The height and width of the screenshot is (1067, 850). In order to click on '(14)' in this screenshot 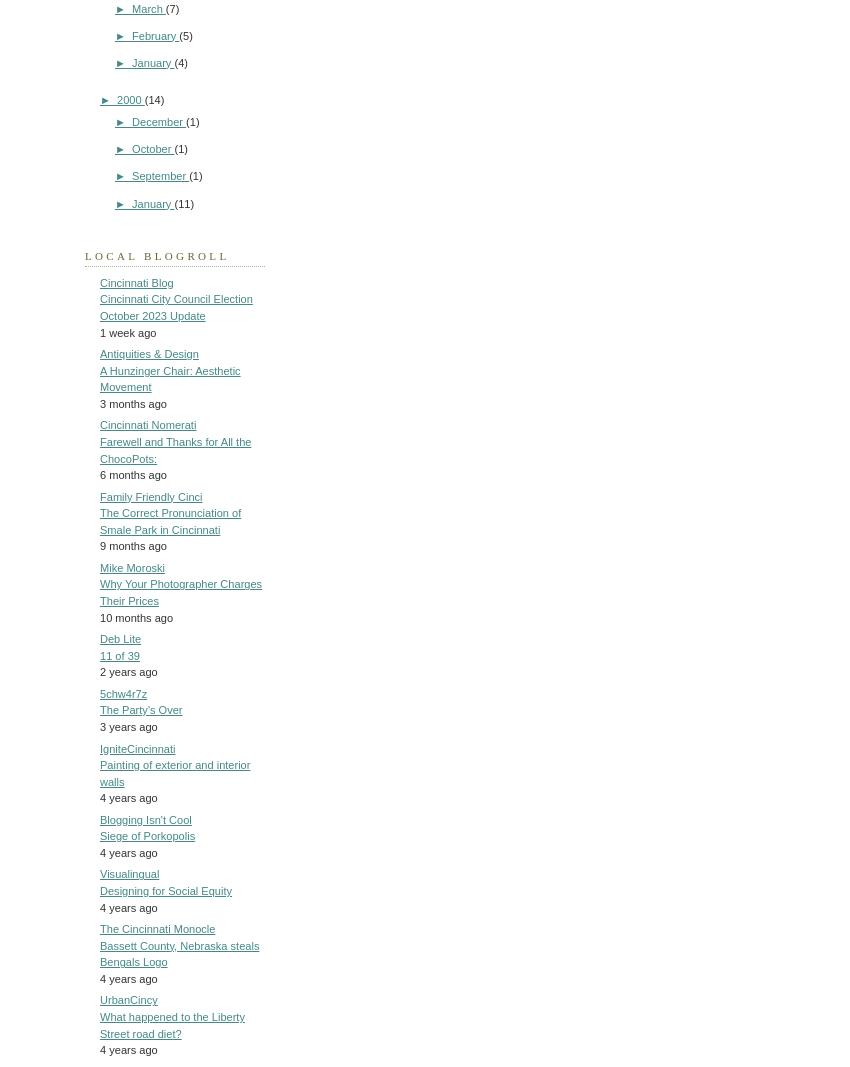, I will do `click(154, 98)`.